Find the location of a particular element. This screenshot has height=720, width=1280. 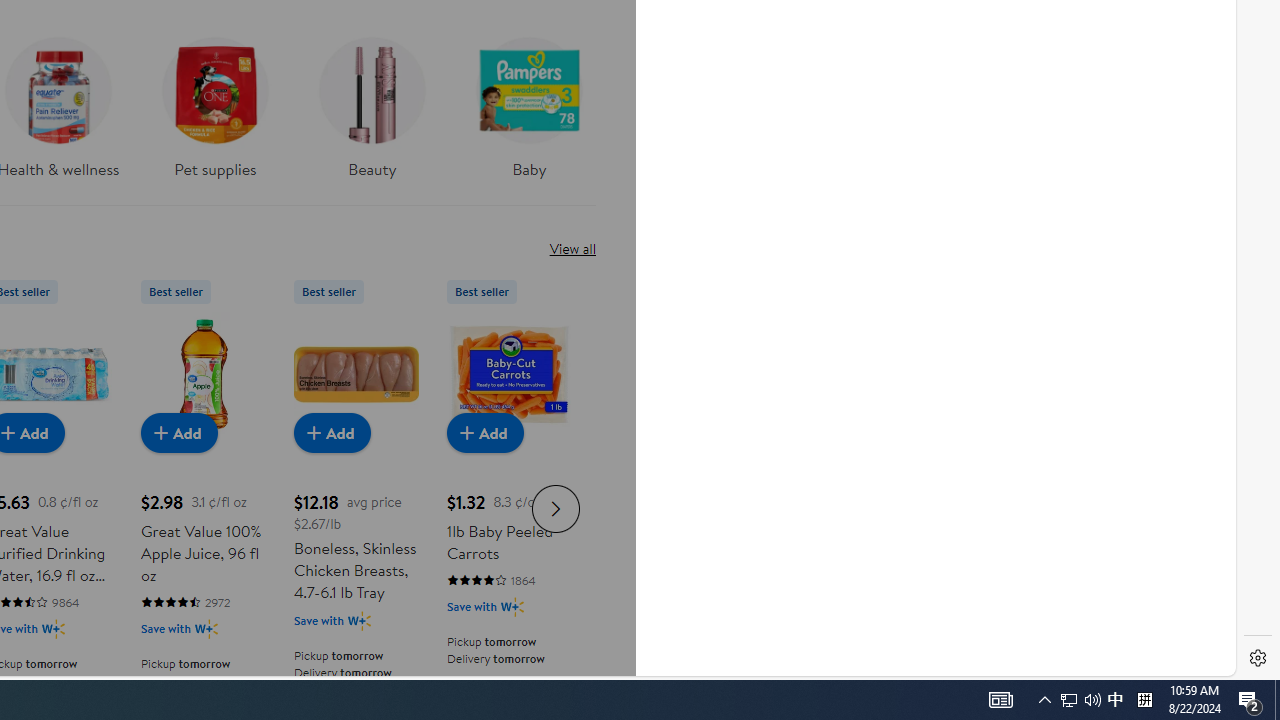

'Beauty' is located at coordinates (371, 101).